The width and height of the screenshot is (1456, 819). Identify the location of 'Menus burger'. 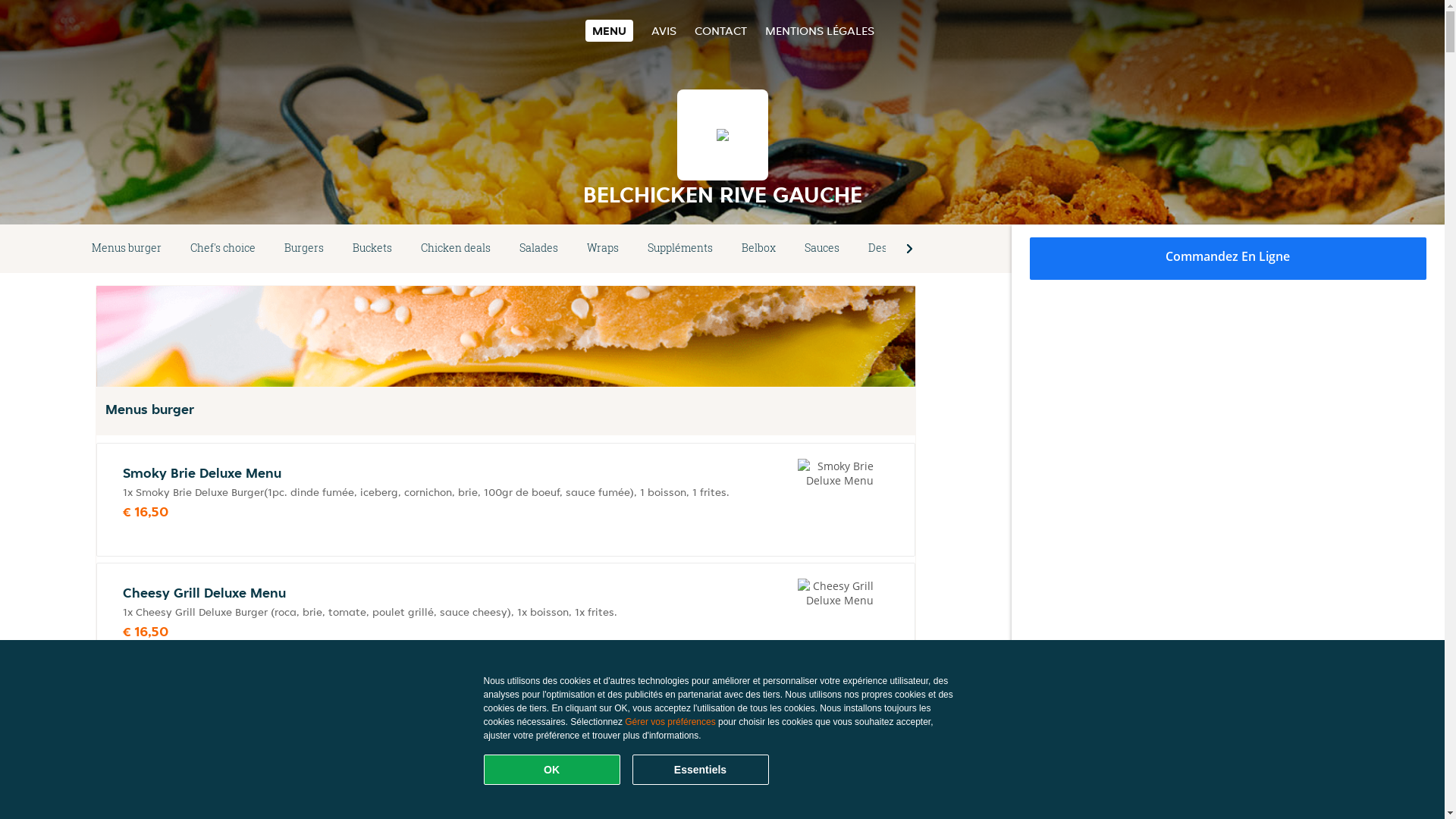
(127, 247).